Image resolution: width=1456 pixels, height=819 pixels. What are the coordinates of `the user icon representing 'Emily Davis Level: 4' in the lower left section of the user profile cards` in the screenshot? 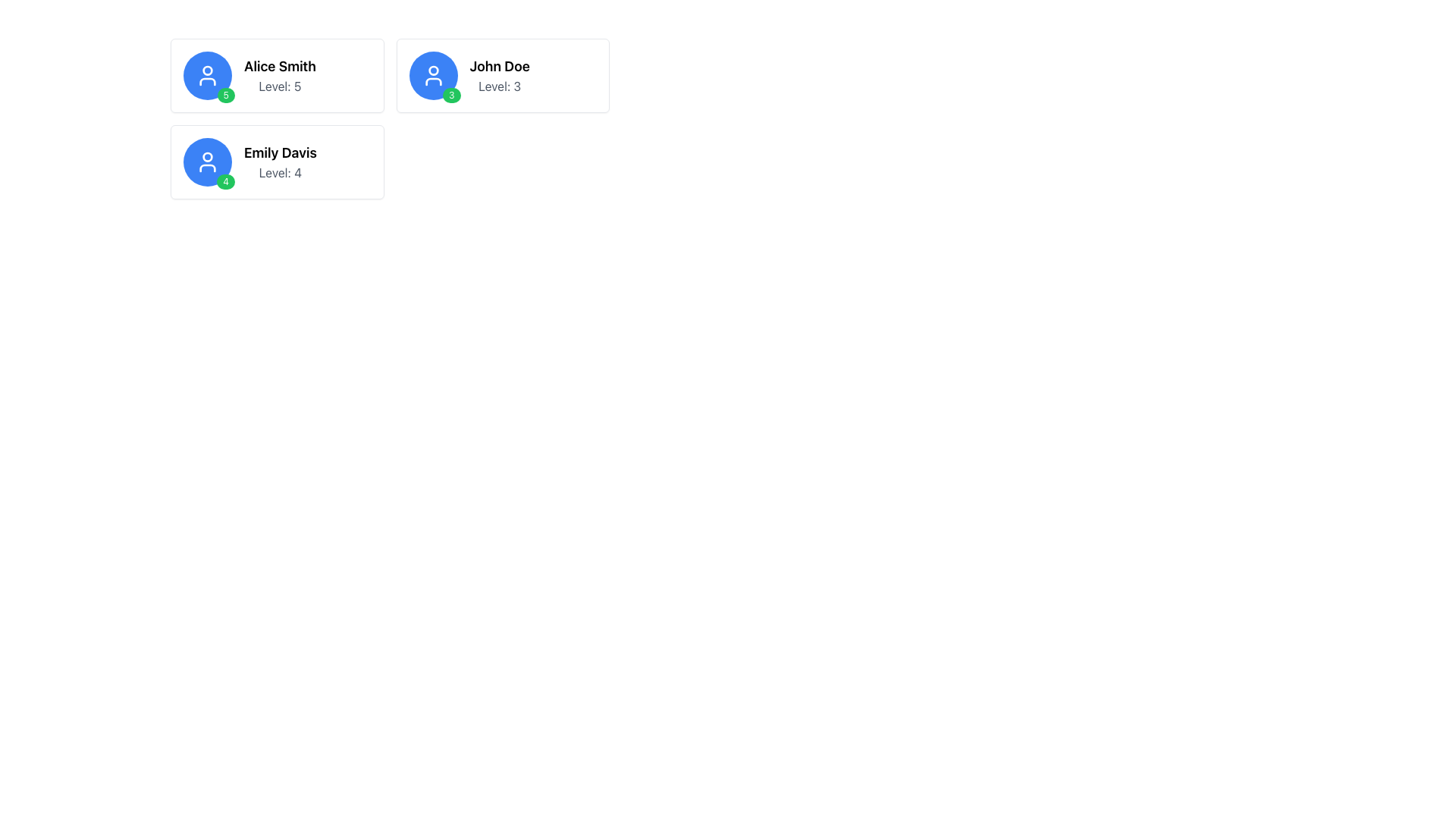 It's located at (206, 162).